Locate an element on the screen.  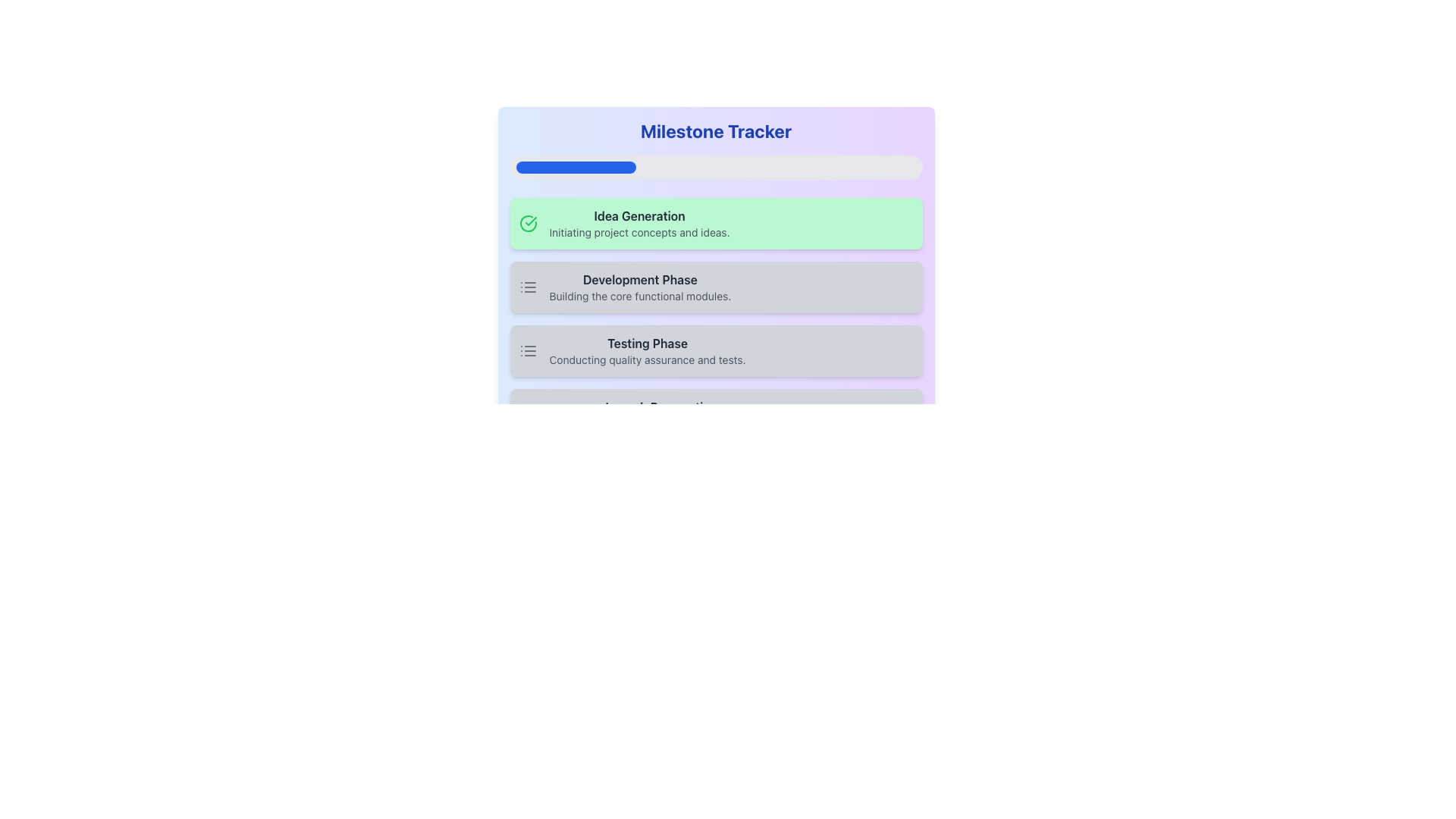
the blue progress bar indicating 30% completion, located below the 'Milestone Tracker' title is located at coordinates (575, 167).